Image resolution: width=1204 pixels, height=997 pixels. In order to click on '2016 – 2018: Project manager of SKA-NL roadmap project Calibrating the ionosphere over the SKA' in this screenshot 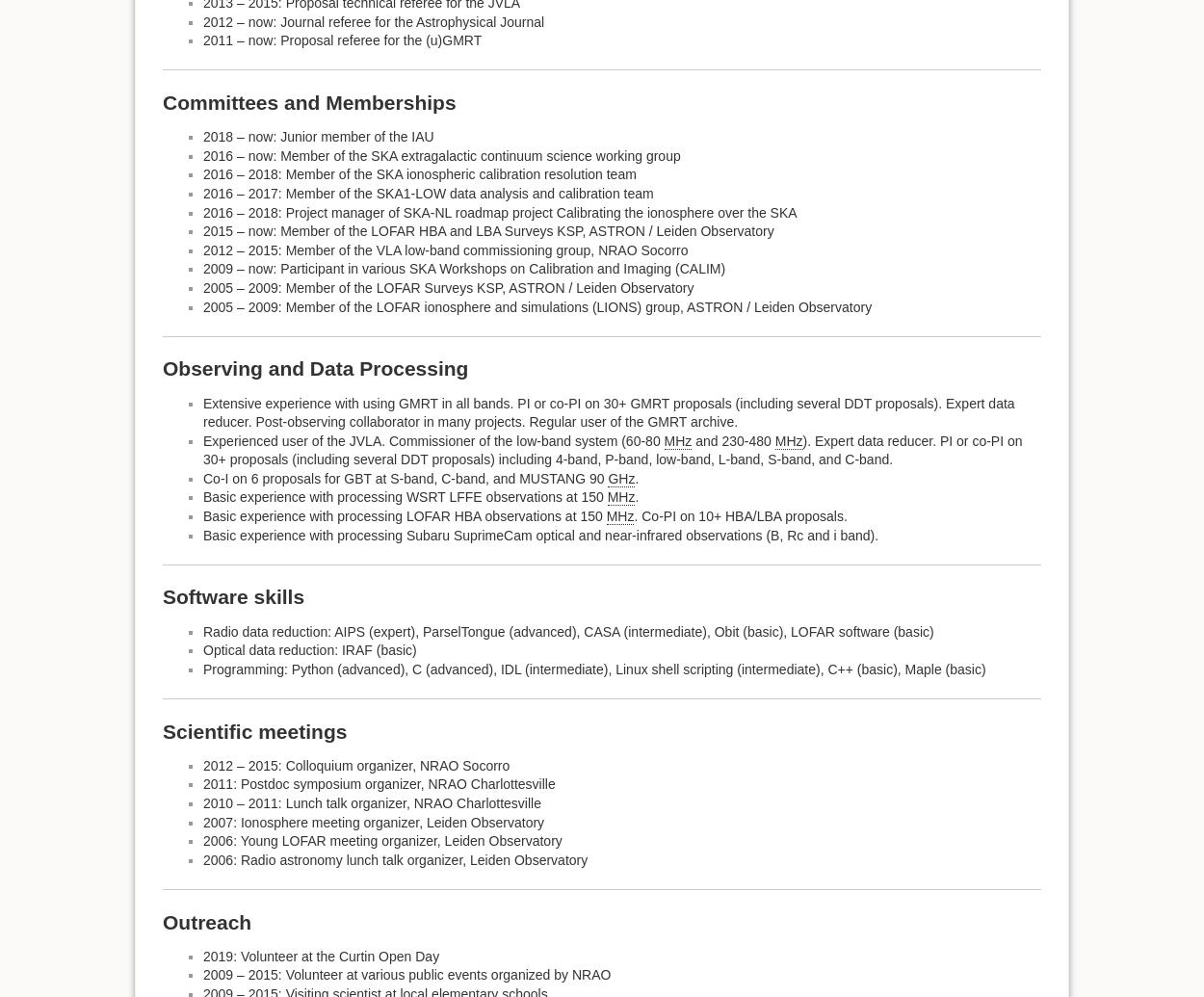, I will do `click(202, 212)`.